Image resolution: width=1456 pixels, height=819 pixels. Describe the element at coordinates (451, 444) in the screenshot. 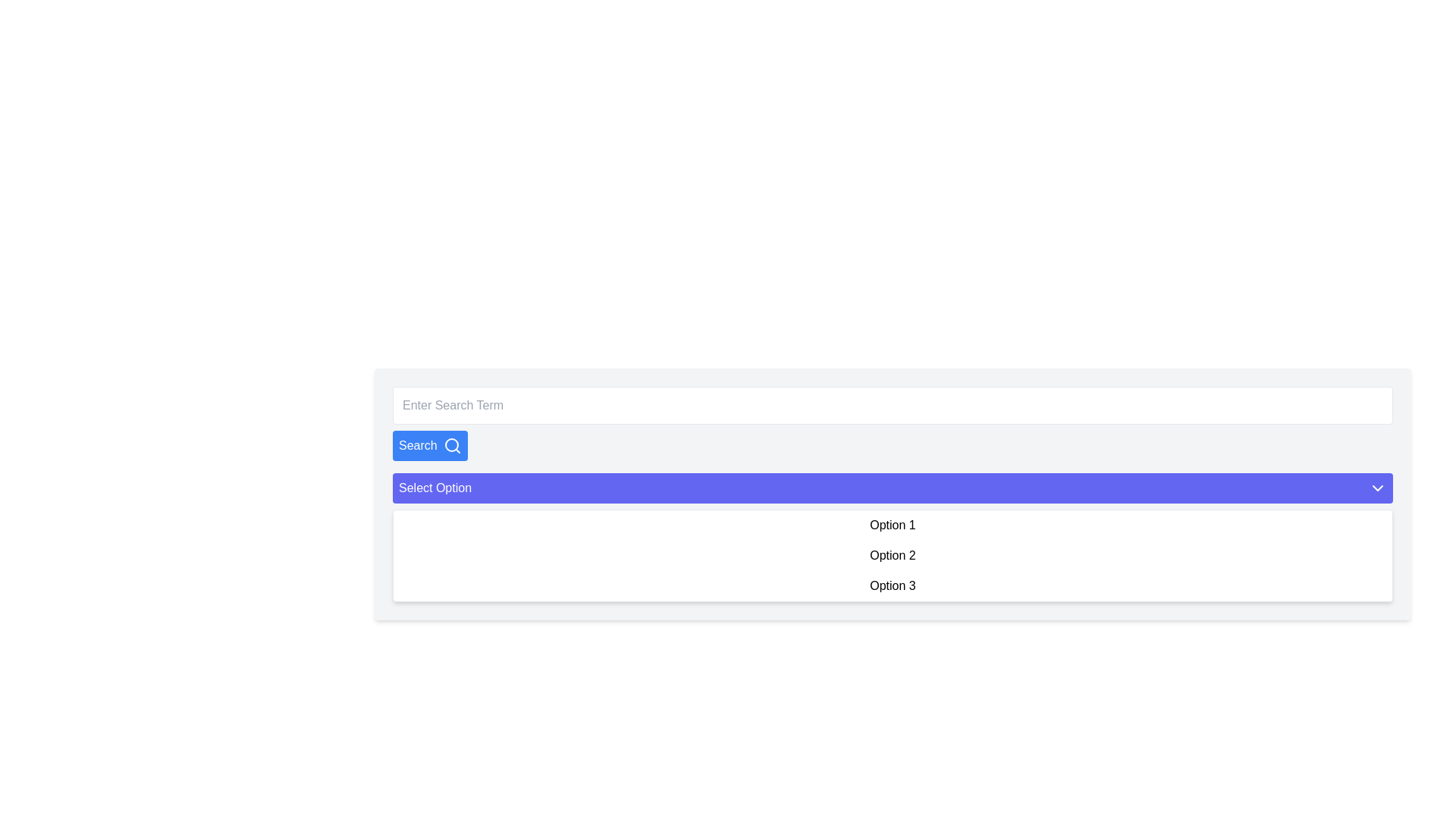

I see `the search icon located to the right of the blue 'Search' button, which triggers the search functionality` at that location.